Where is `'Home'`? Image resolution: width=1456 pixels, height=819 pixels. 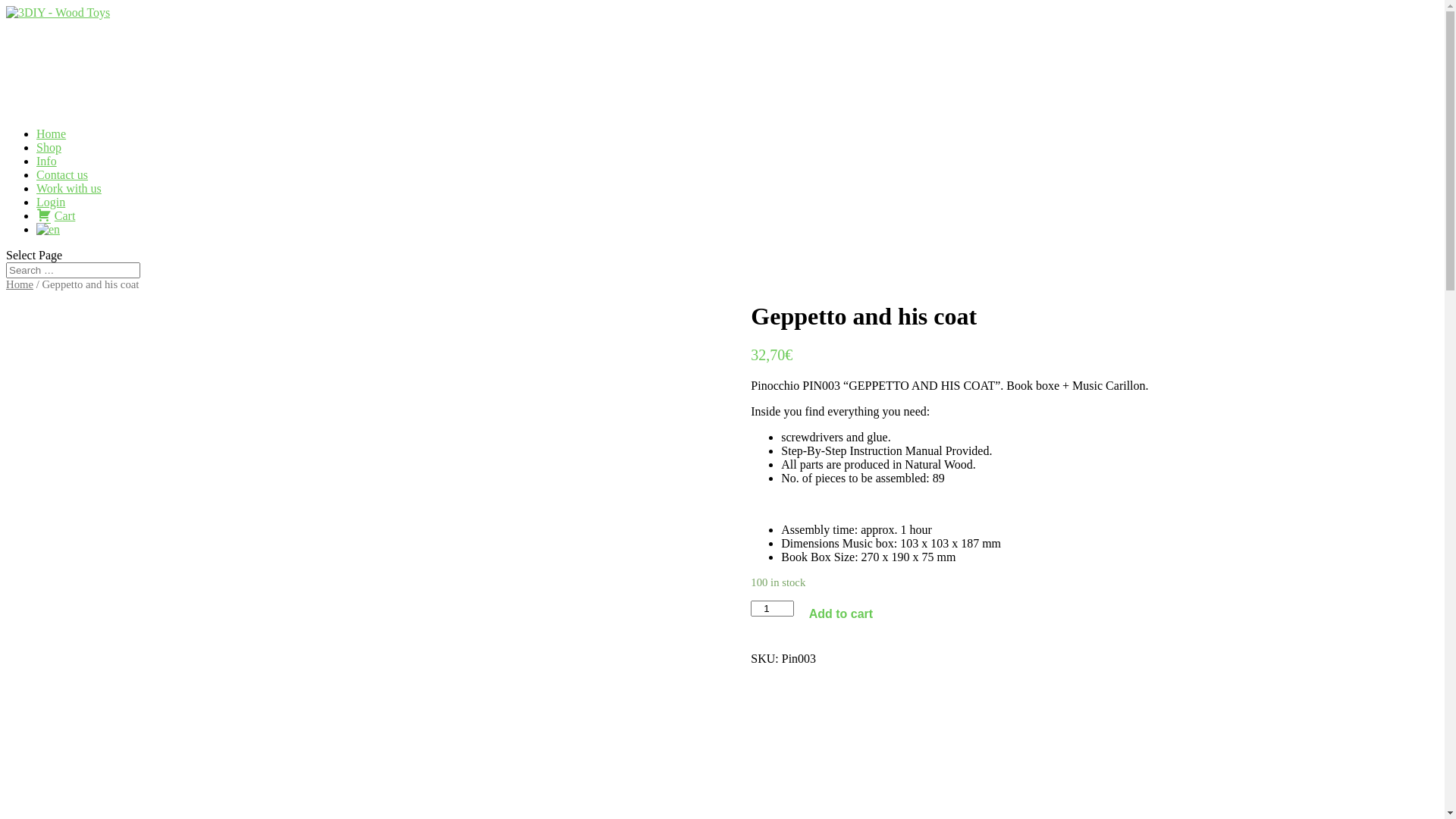
'Home' is located at coordinates (51, 143).